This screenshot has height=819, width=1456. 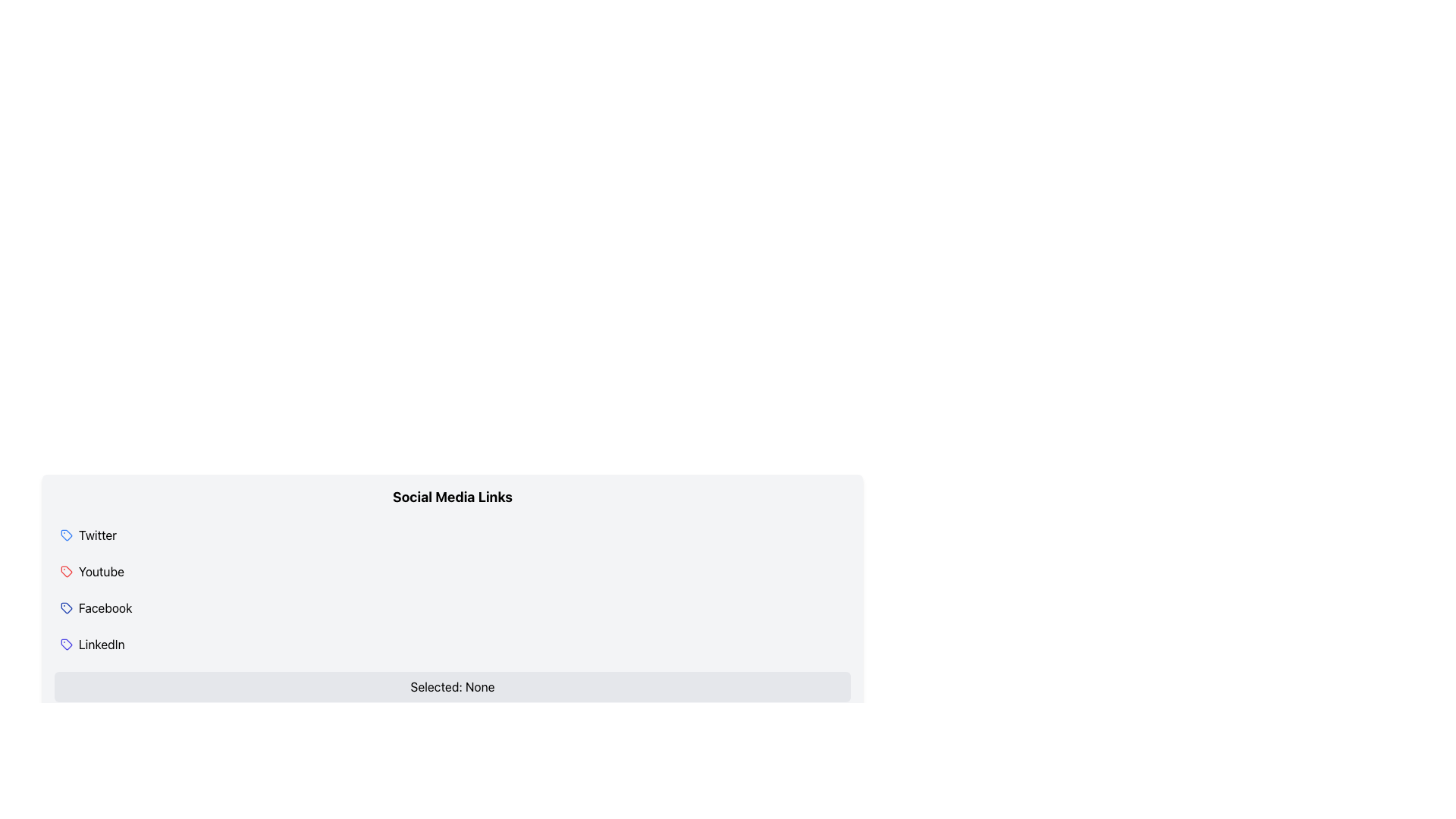 I want to click on the LinkedIn text label, which is the fourth item in a vertical list of social media links, positioned below the Facebook item and above an empty selection indicator, so click(x=101, y=644).